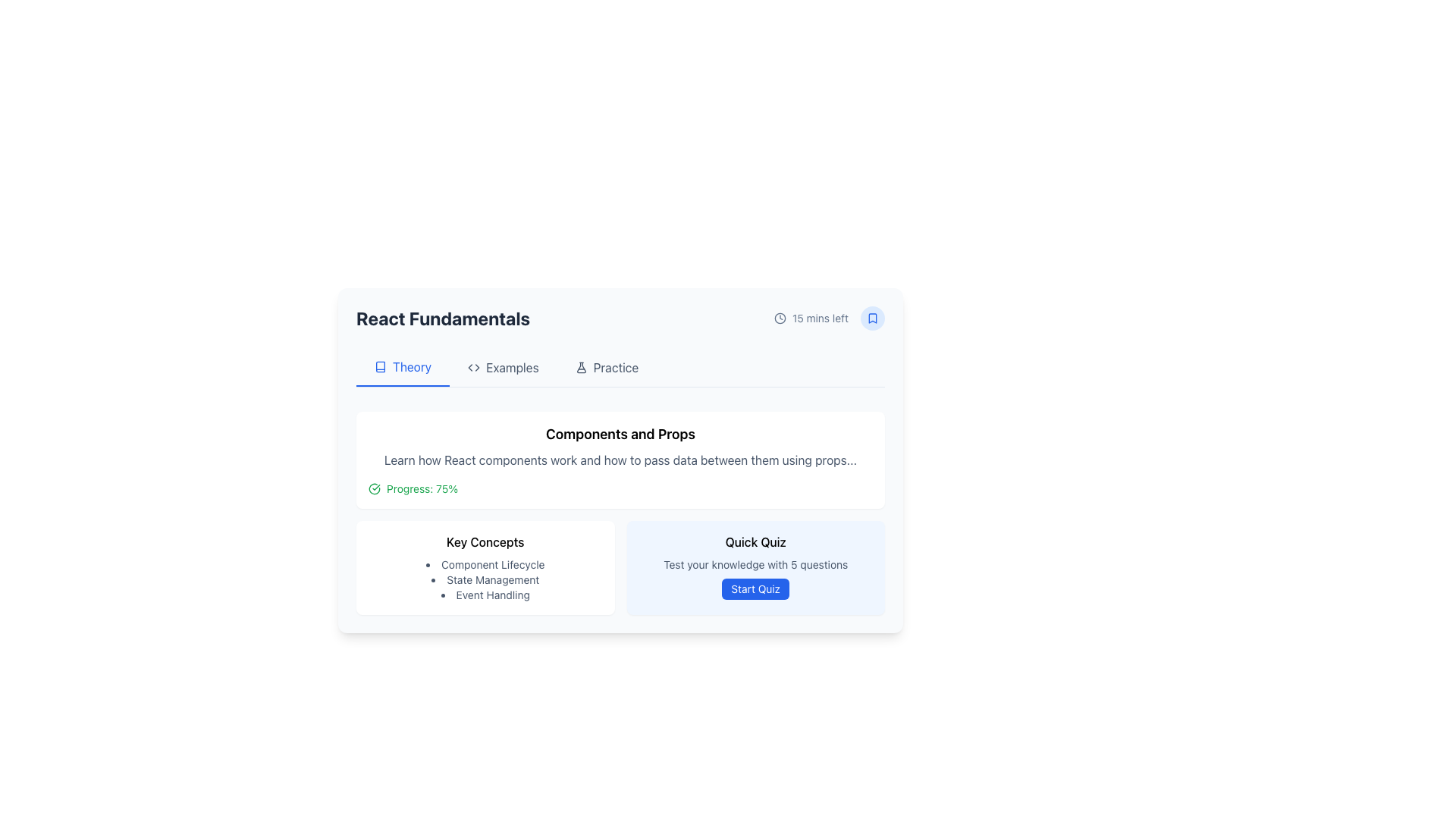 This screenshot has width=1456, height=819. I want to click on the first text item in the vertical bulleted list labeled 'Component Lifecycle', which is located in the lower half of the interface, so click(485, 564).